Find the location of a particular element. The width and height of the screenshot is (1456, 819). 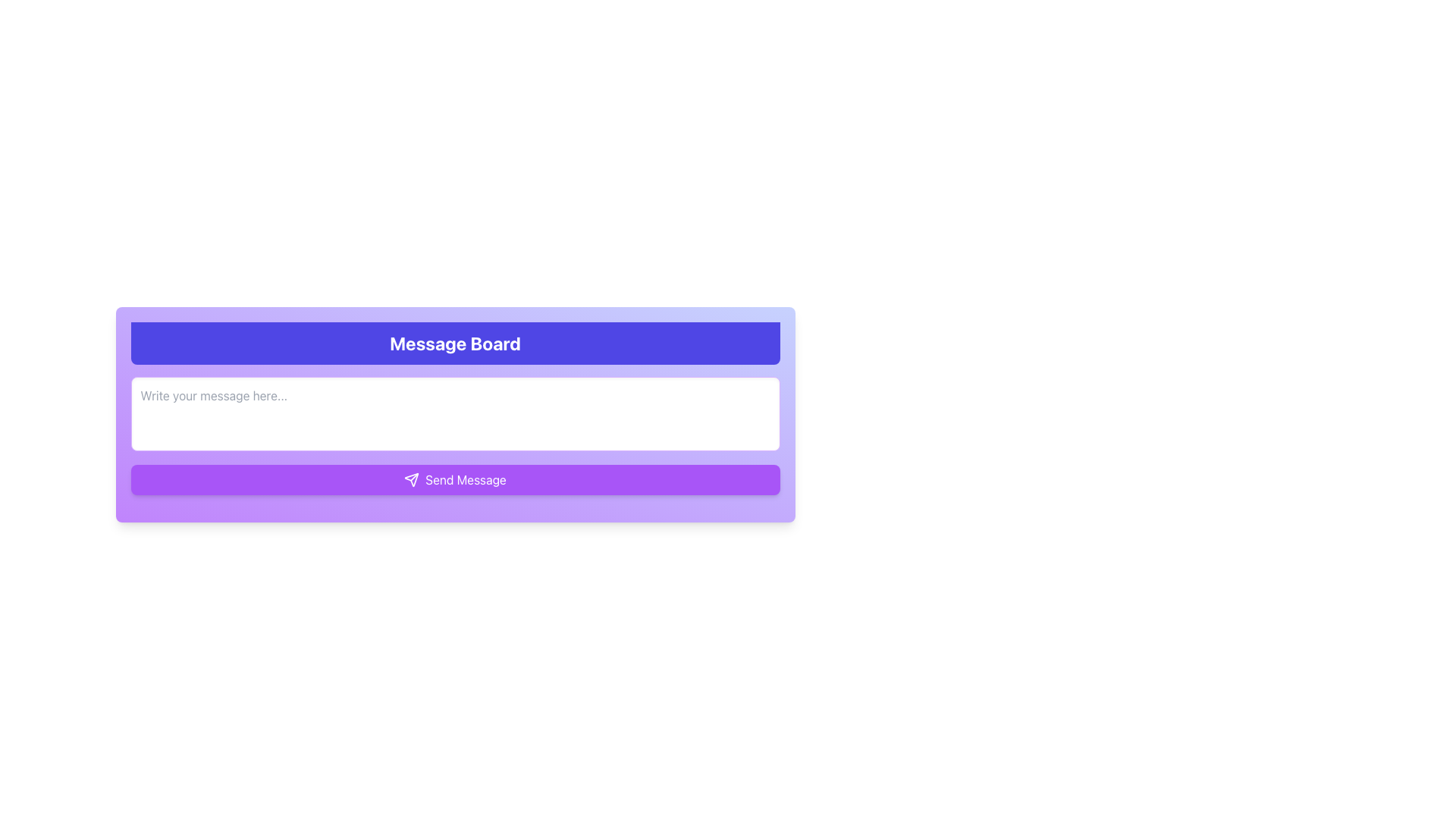

the decorative vector icon next to the 'Send Message' button, which enhances the button's send functionality is located at coordinates (412, 479).